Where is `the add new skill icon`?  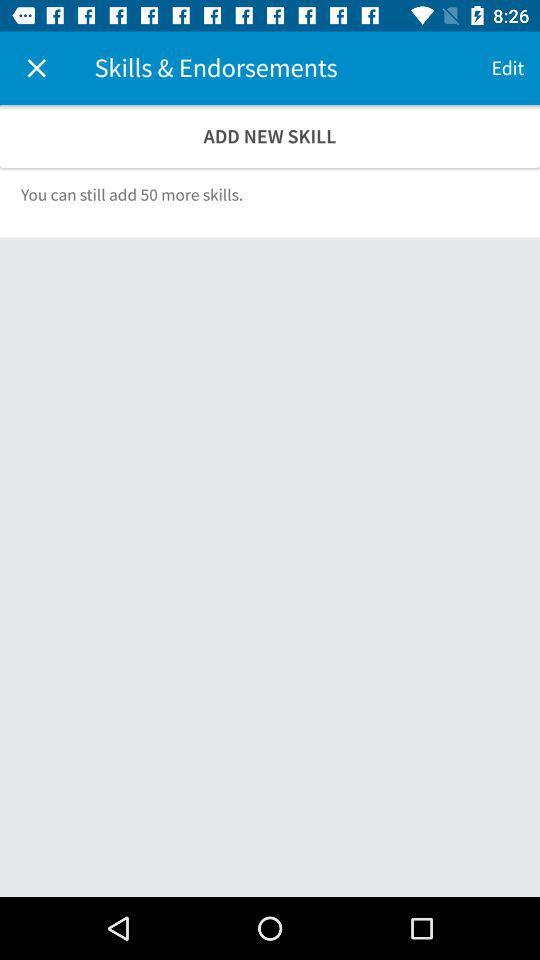
the add new skill icon is located at coordinates (270, 135).